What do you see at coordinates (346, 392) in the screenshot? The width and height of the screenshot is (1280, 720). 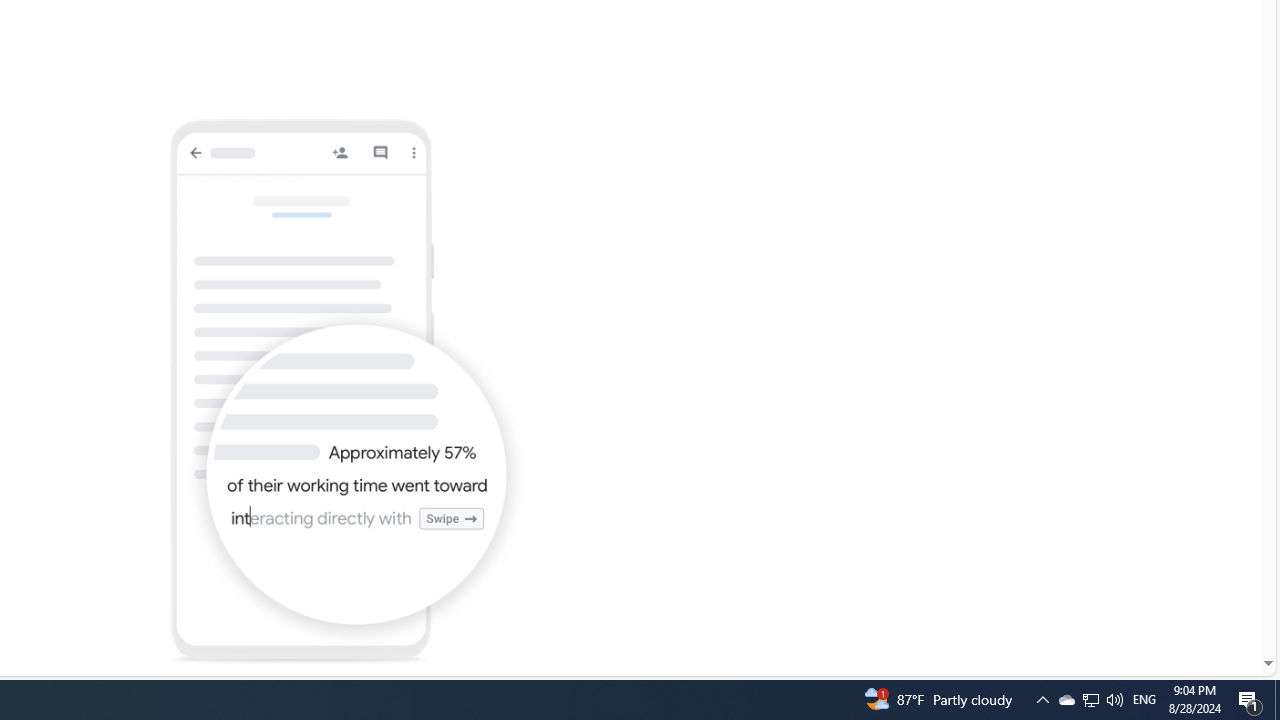 I see `'Docs write faster'` at bounding box center [346, 392].